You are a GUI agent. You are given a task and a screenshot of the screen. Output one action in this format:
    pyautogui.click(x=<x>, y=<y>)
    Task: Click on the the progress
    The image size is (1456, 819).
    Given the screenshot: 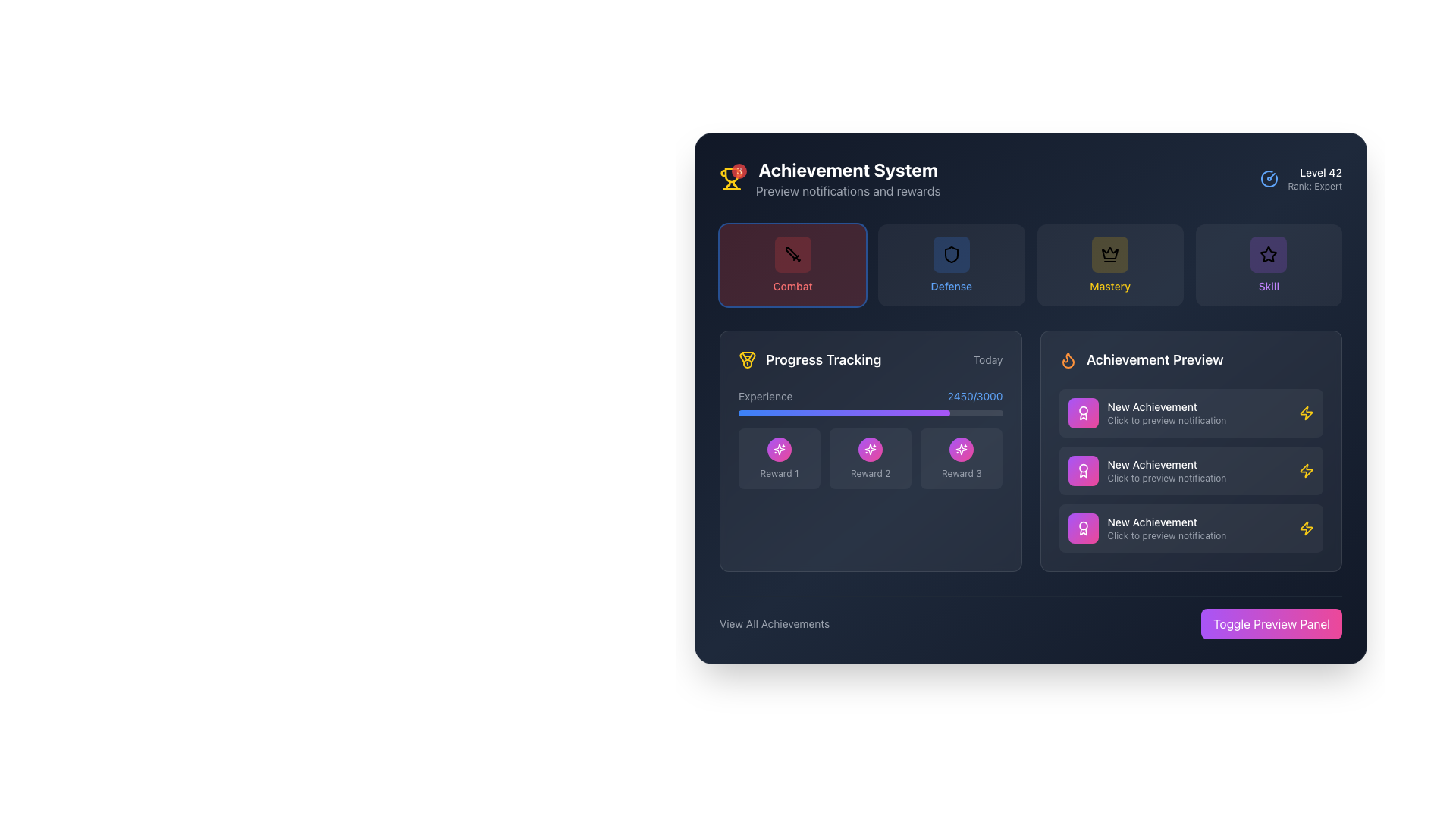 What is the action you would take?
    pyautogui.click(x=883, y=413)
    